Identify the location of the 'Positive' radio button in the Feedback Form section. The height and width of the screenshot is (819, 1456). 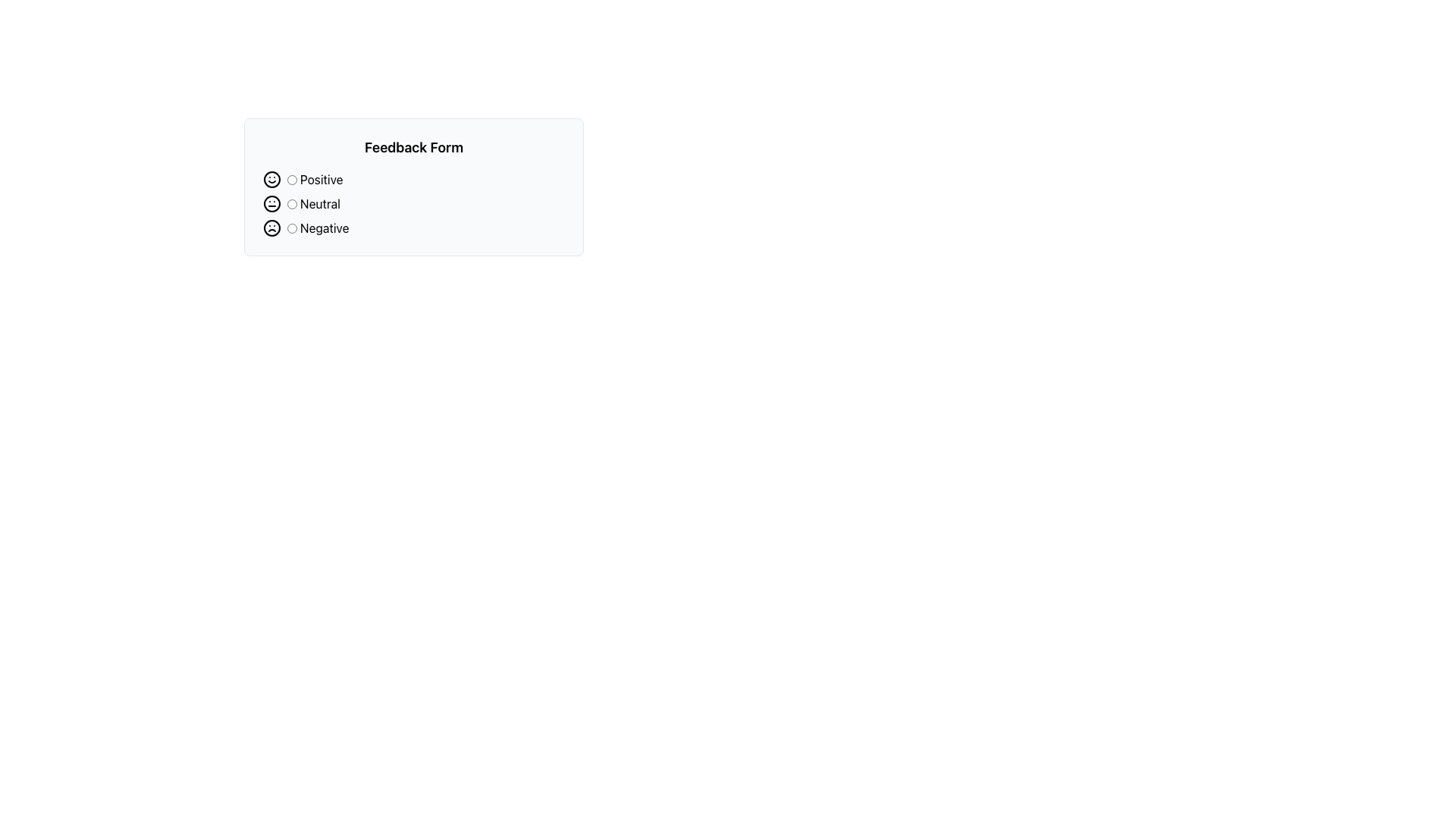
(414, 178).